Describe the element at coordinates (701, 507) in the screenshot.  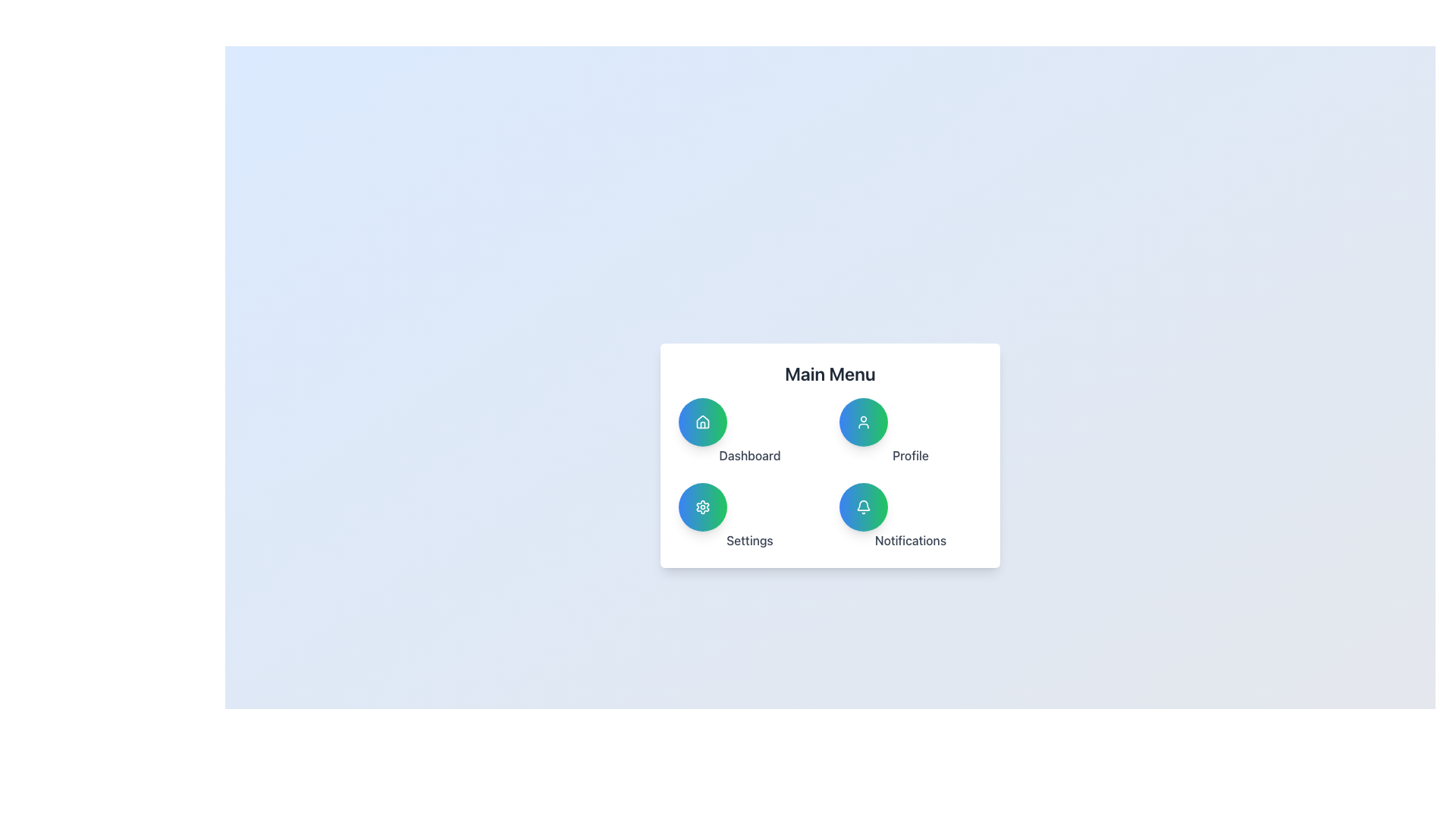
I see `the 'Settings' button which features a gear-like icon with a blue to green gradient and white accents, located in the bottom-left section of the menu panel` at that location.